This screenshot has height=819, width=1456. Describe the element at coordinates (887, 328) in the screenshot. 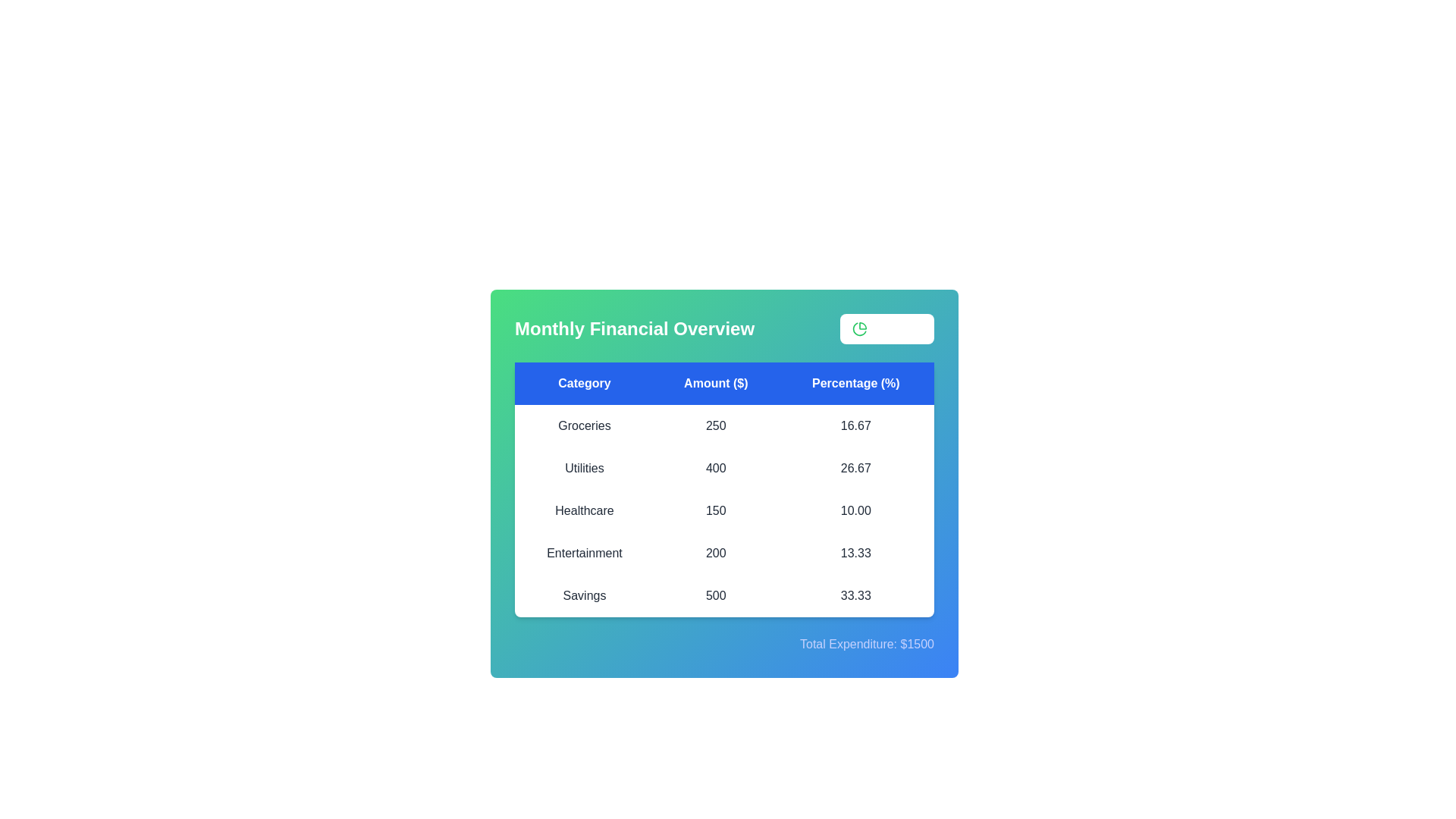

I see `the 'Visualize' button to trigger the visualization action` at that location.